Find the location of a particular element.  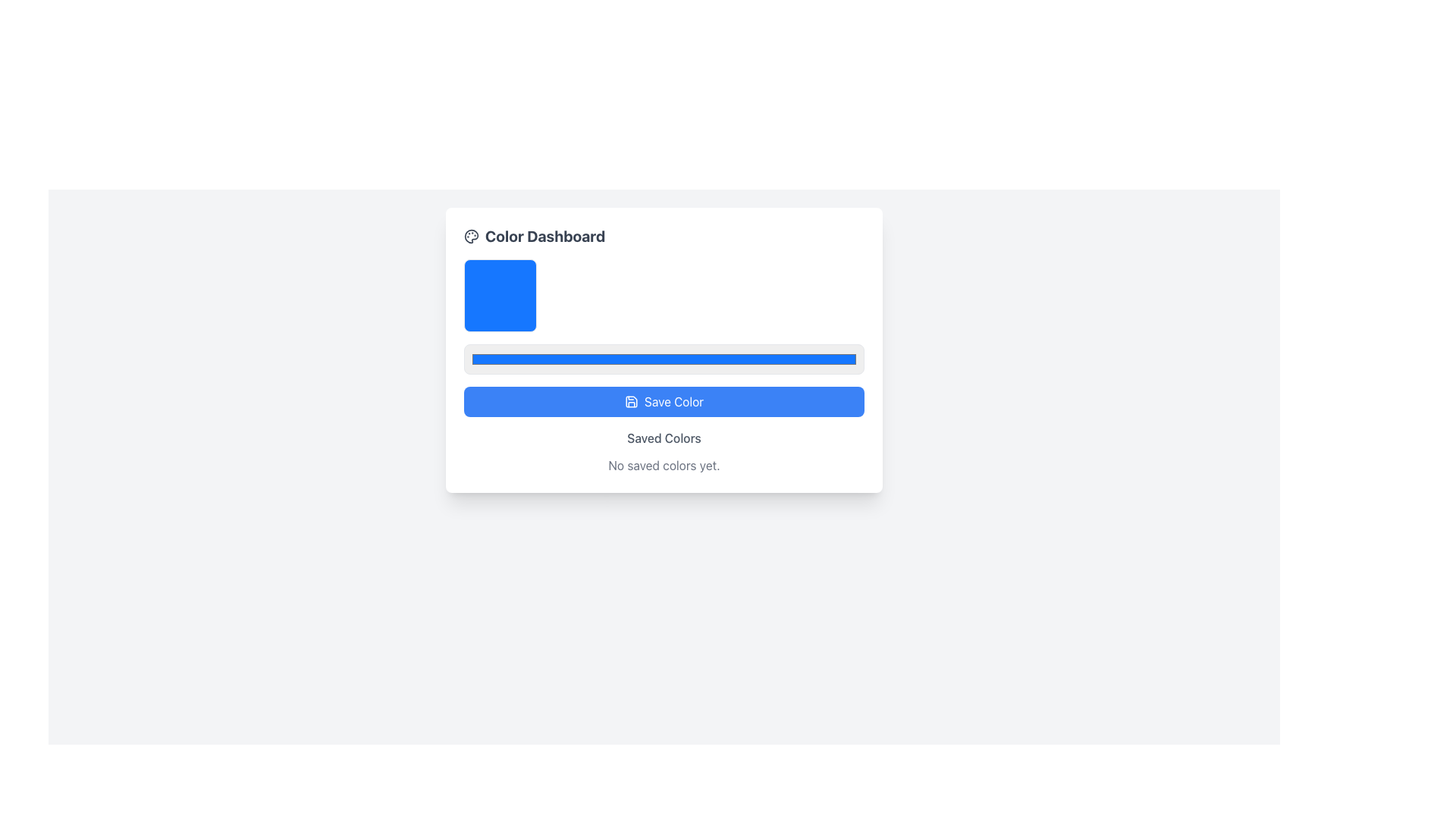

items within the 'Color Dashboard' card, which features a white background and contains interactive elements including a color picker and a 'Save Color' button is located at coordinates (664, 350).